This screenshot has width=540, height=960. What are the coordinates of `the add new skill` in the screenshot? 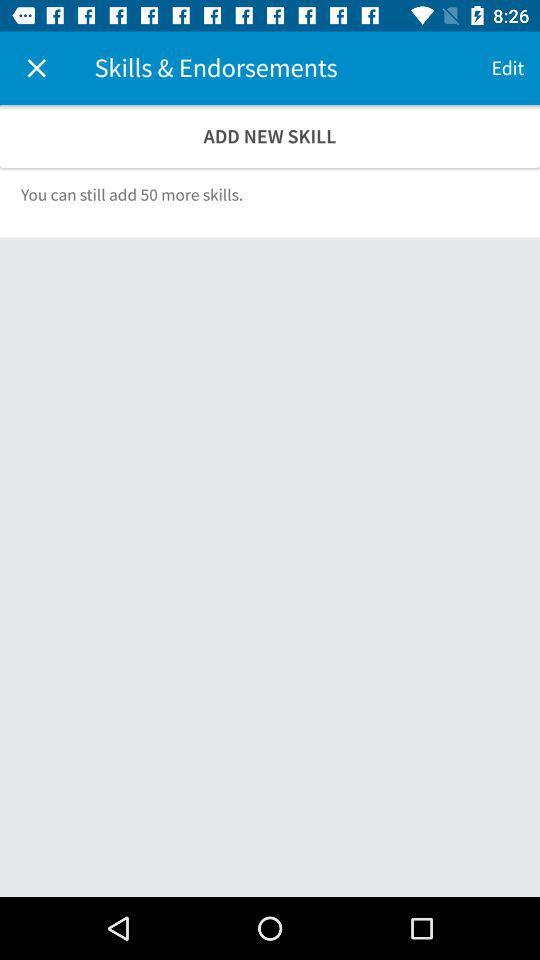 It's located at (270, 135).